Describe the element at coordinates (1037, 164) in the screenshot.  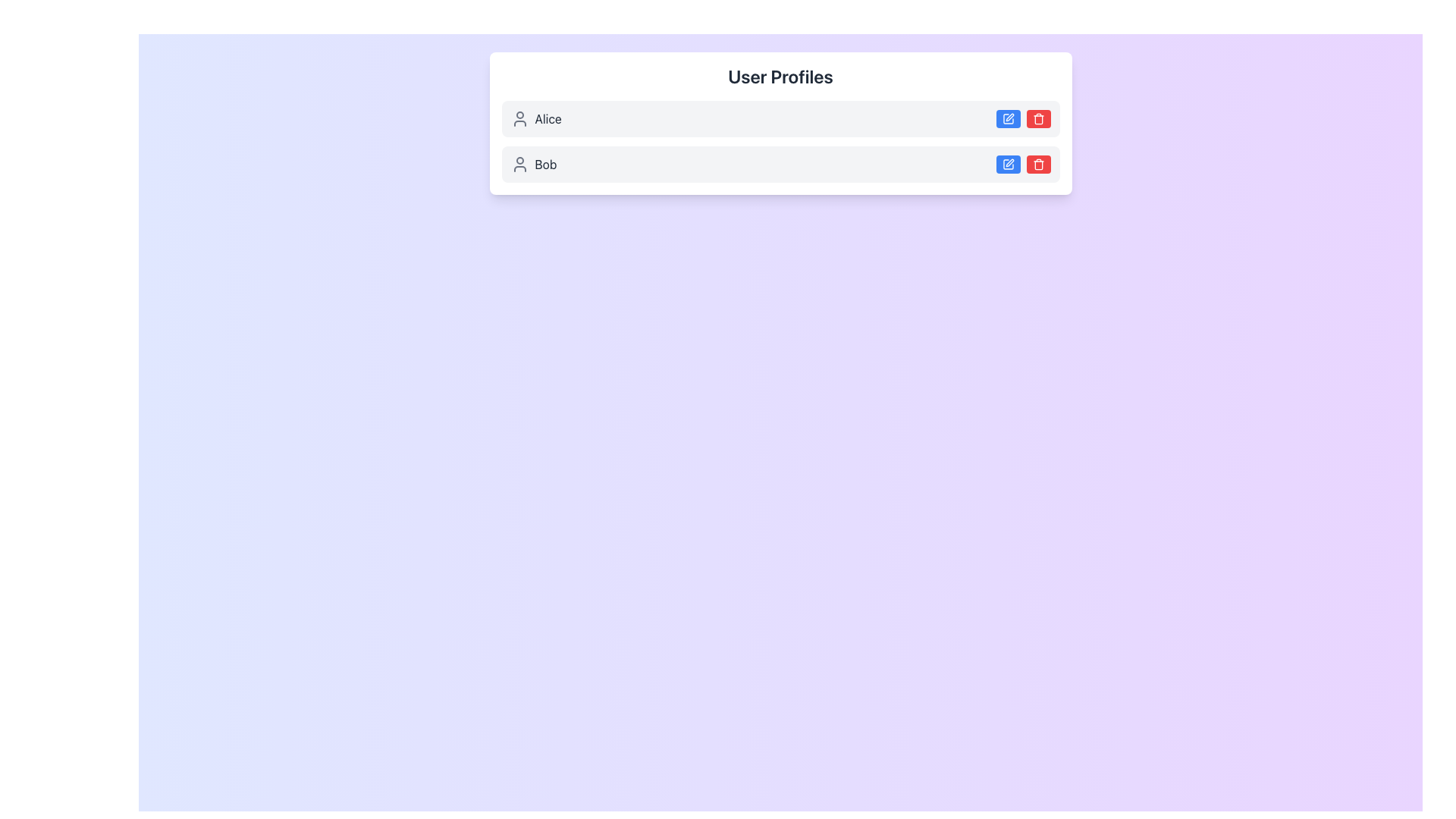
I see `the delete button positioned at the rightmost side of the second row in the user profiles list` at that location.